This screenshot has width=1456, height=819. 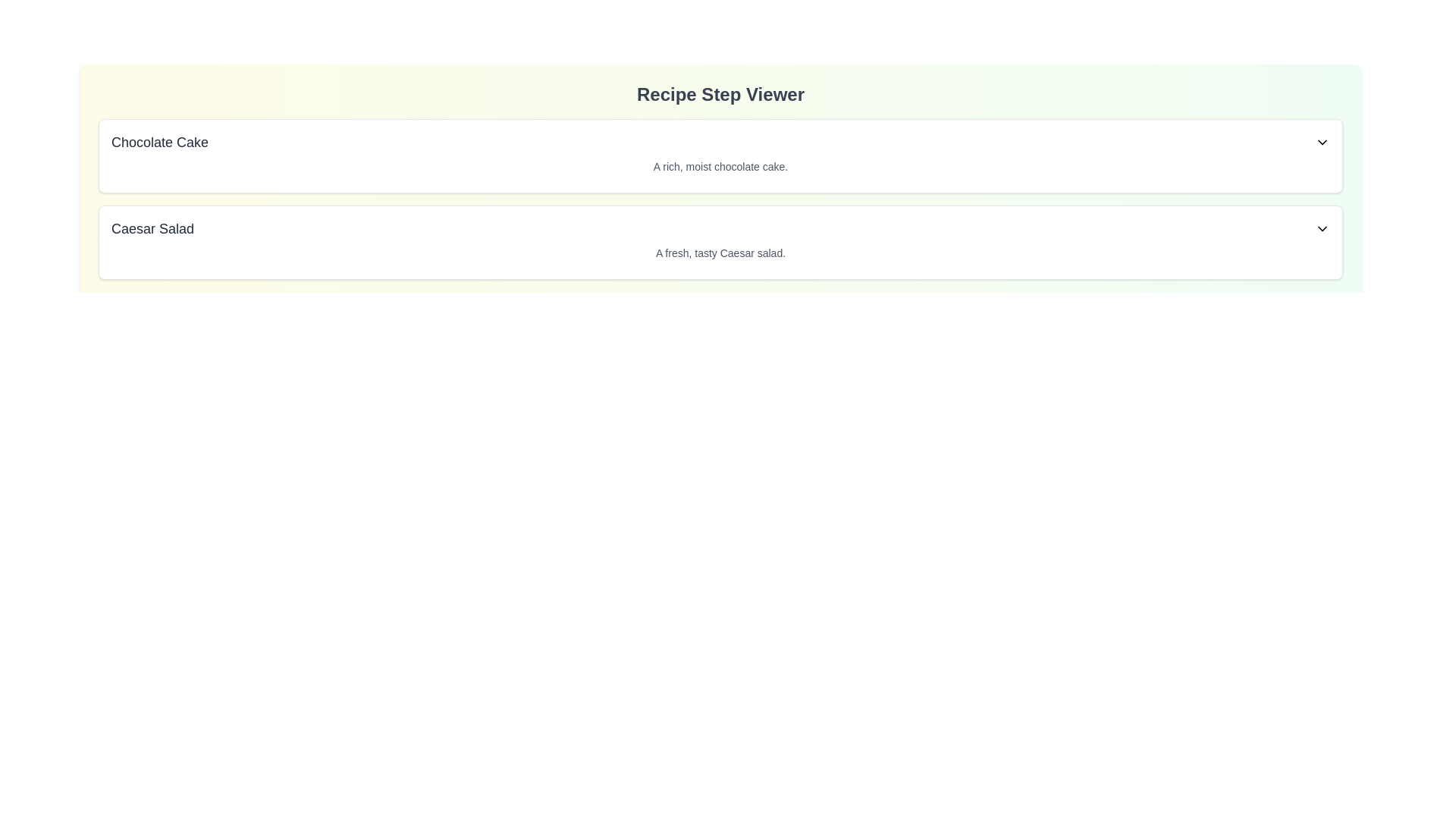 What do you see at coordinates (160, 143) in the screenshot?
I see `the text label displaying 'Chocolate Cake' in bold, dark gray font located in the top left region of the interface, above the 'Caesar Salad' text element` at bounding box center [160, 143].